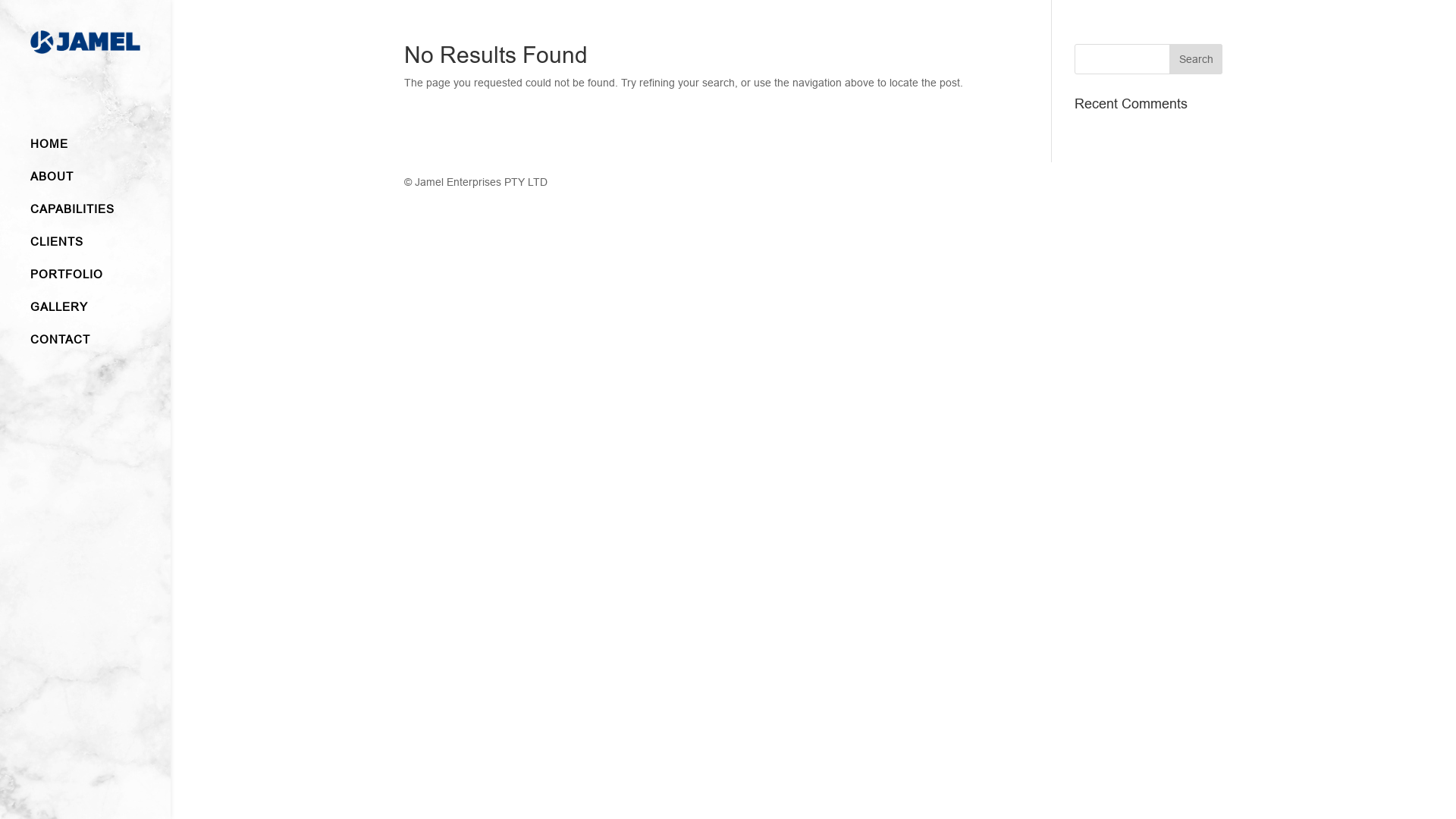 The height and width of the screenshot is (819, 1456). Describe the element at coordinates (30, 347) in the screenshot. I see `'CONTACT'` at that location.